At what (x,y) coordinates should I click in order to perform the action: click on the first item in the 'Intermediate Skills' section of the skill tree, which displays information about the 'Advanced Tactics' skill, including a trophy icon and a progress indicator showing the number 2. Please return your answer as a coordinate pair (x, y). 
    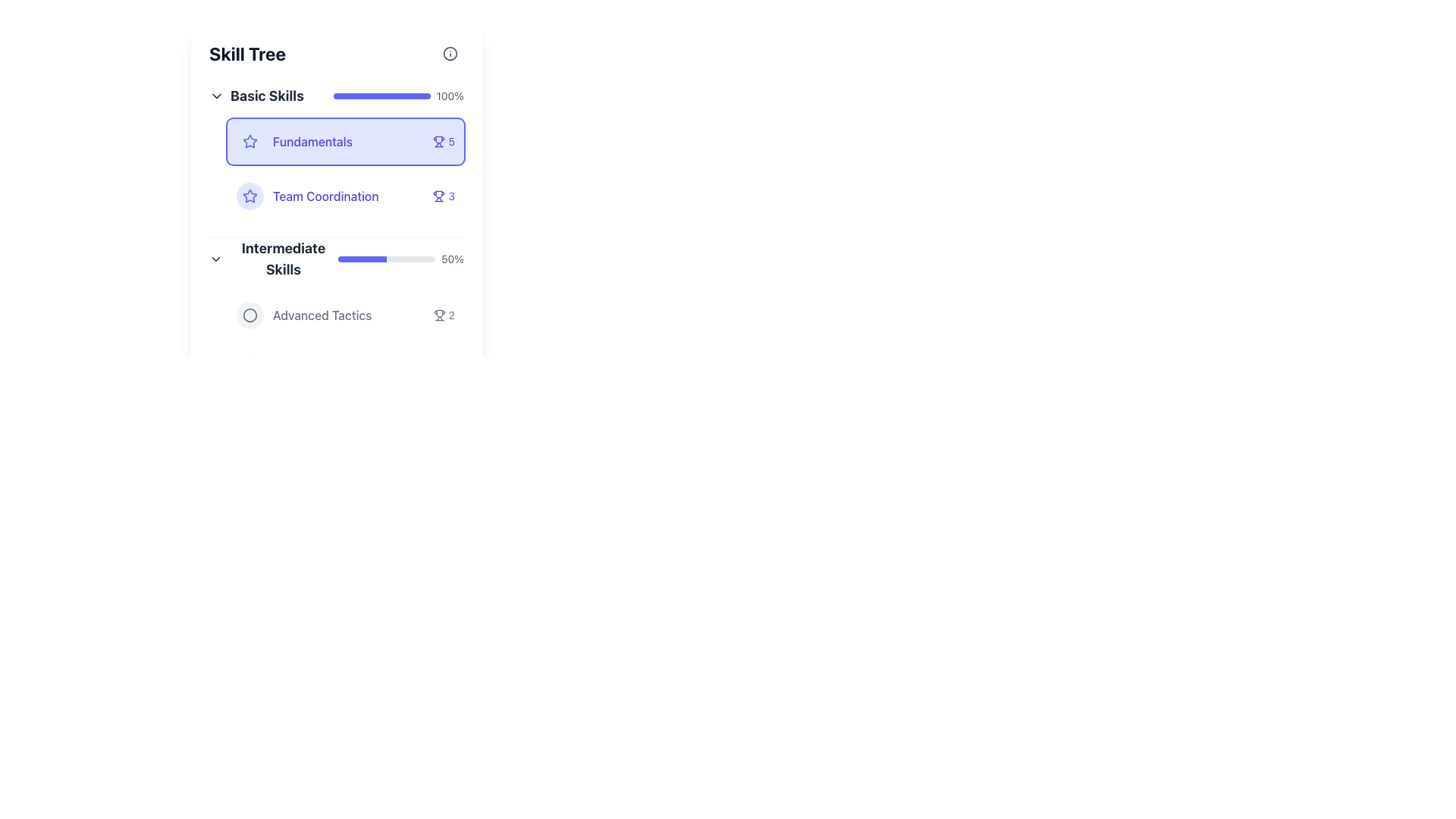
    Looking at the image, I should click on (345, 315).